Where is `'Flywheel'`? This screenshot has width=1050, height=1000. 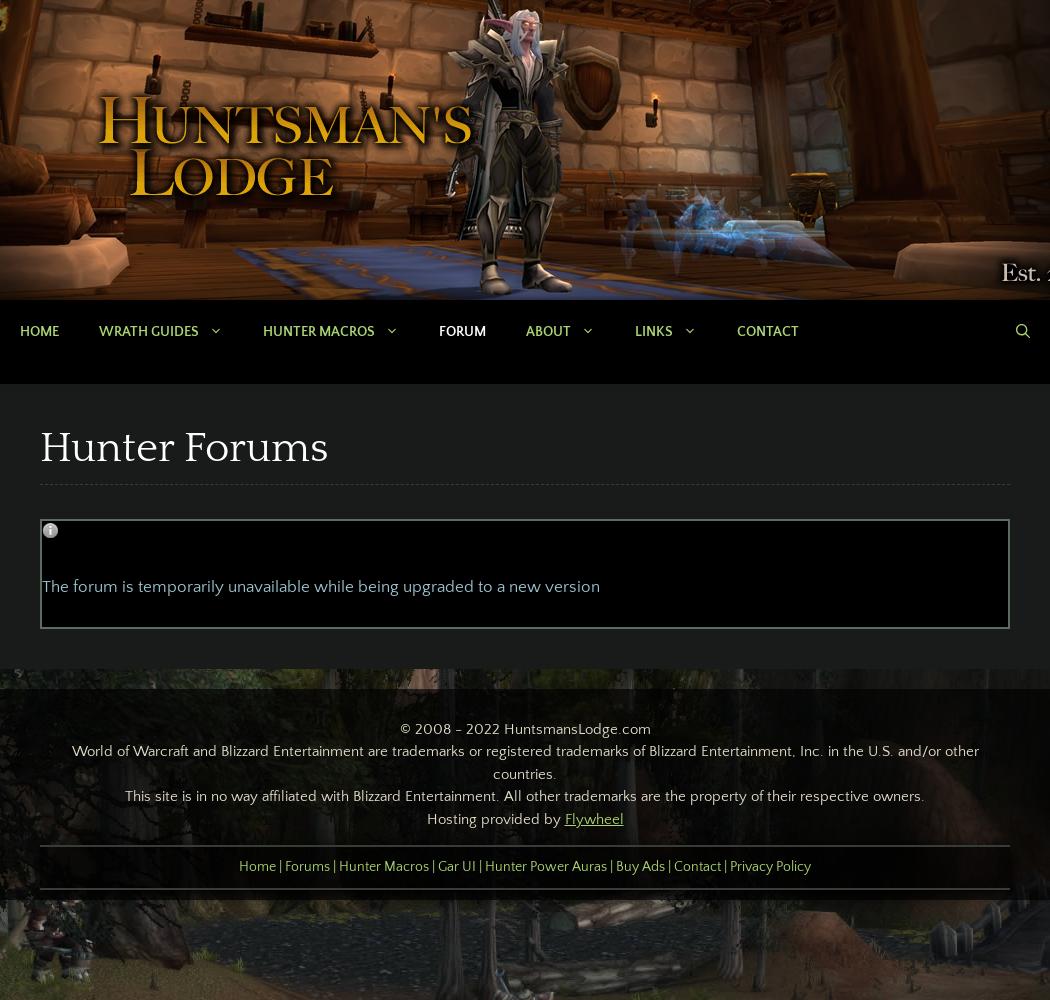 'Flywheel' is located at coordinates (592, 817).